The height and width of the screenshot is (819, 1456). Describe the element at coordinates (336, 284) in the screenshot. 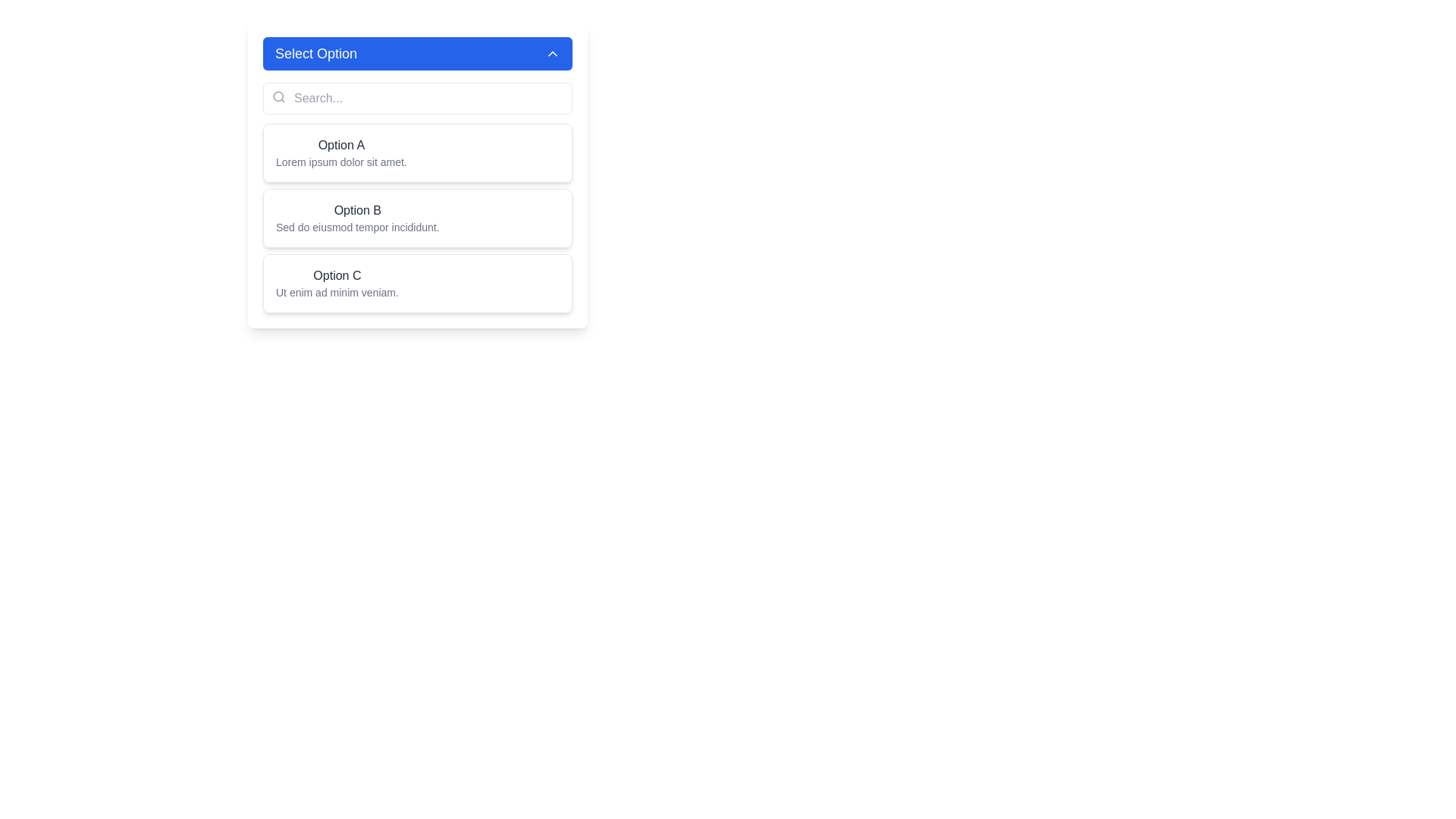

I see `the third list item titled 'Option C'` at that location.